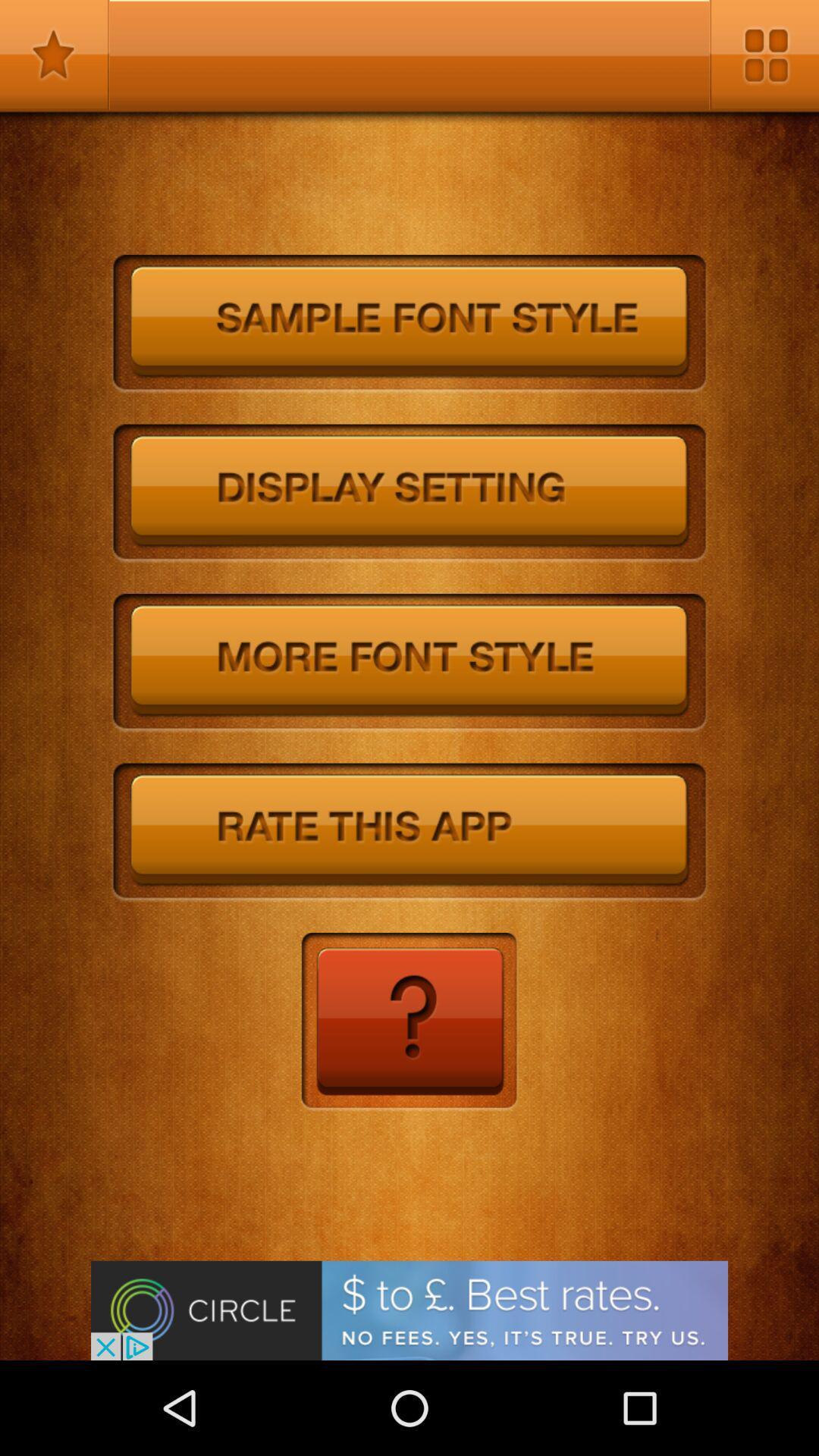  What do you see at coordinates (409, 494) in the screenshot?
I see `display settings button` at bounding box center [409, 494].